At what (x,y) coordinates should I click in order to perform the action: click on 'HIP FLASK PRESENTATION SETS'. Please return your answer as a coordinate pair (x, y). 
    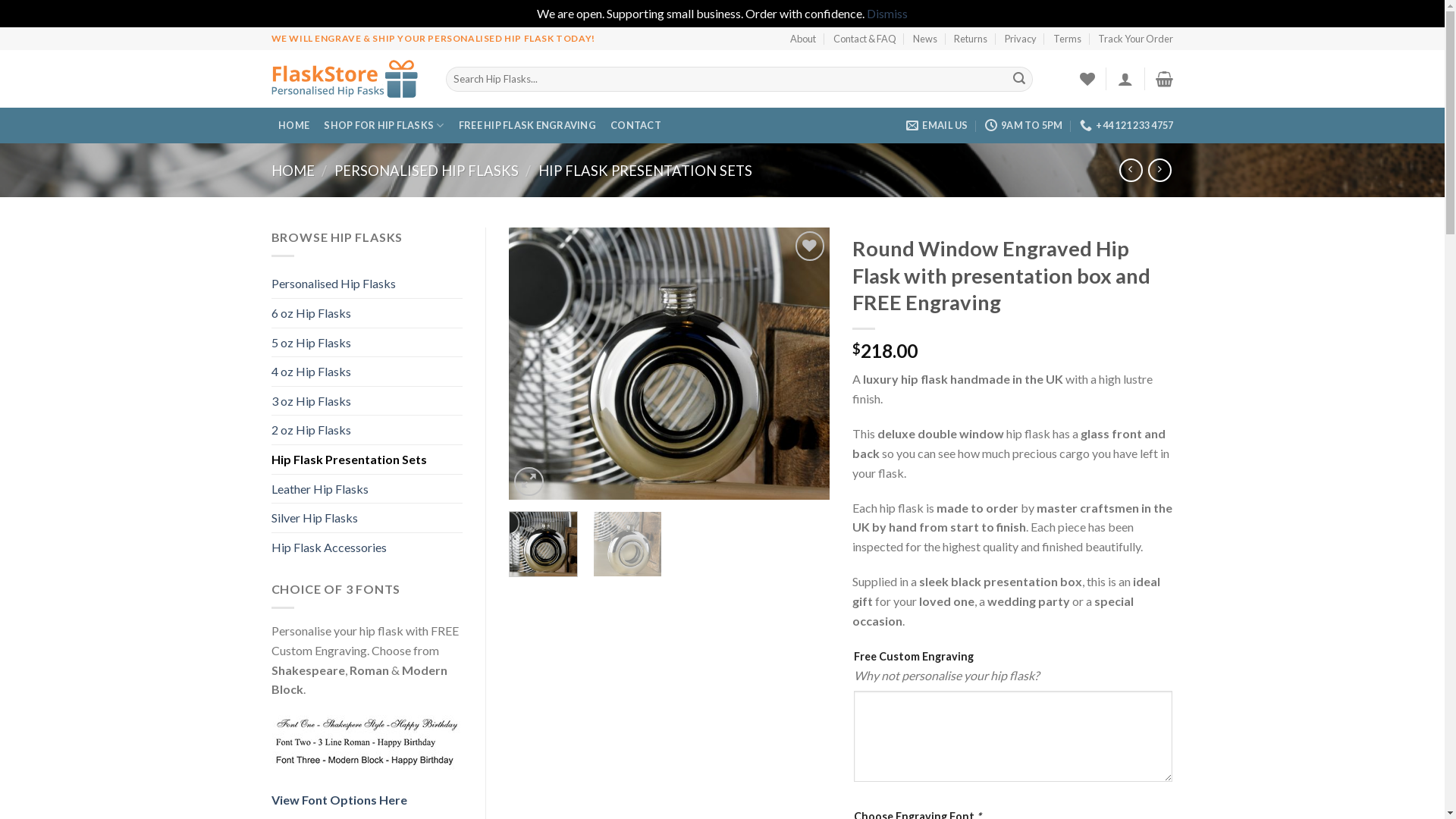
    Looking at the image, I should click on (645, 170).